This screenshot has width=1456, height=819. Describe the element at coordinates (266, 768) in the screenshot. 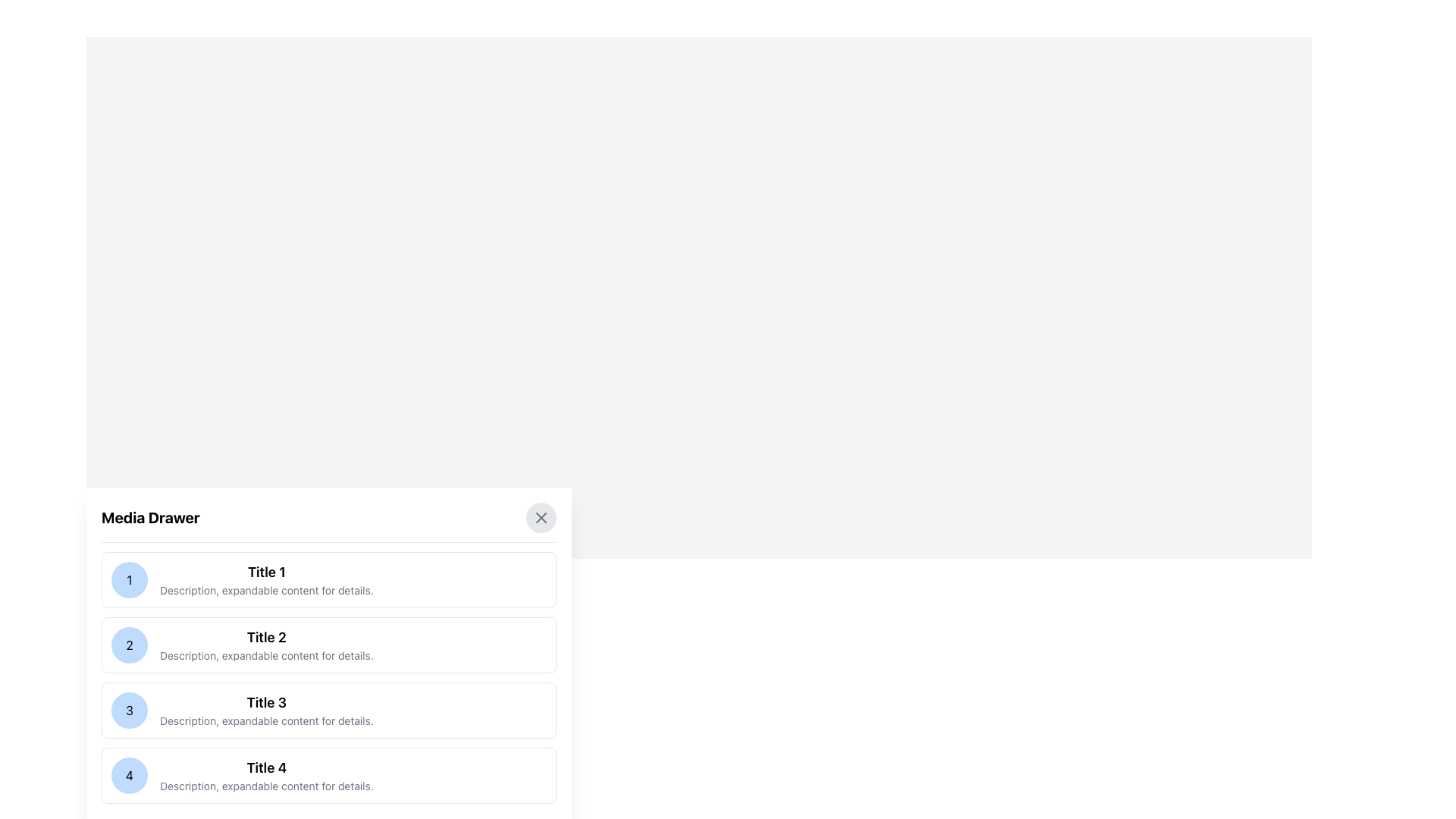

I see `the 'Title 4' text label in the fourth row of the 'Media Drawer' to expand the associated section using adjacent controls` at that location.